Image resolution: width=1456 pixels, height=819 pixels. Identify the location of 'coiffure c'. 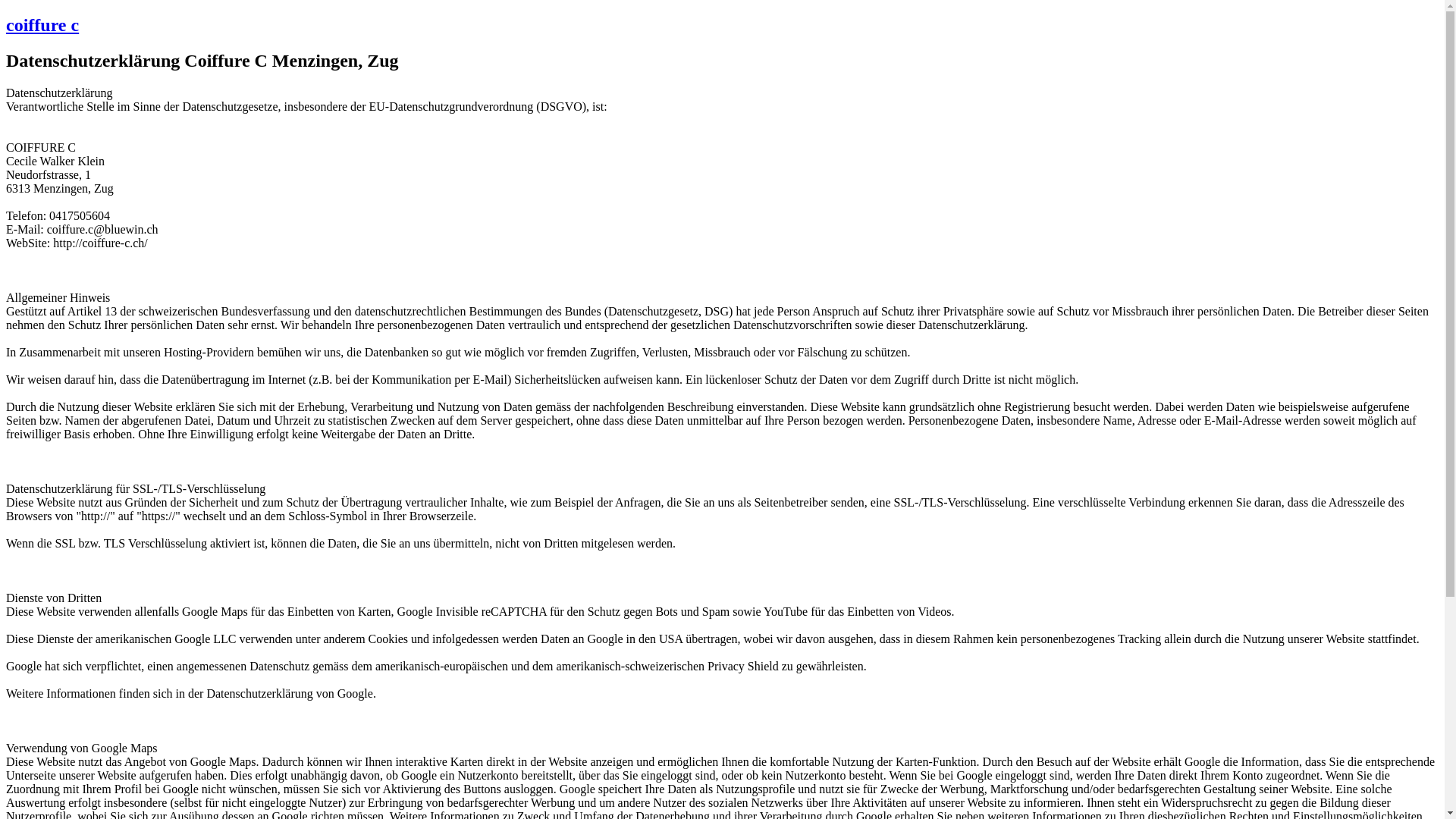
(42, 25).